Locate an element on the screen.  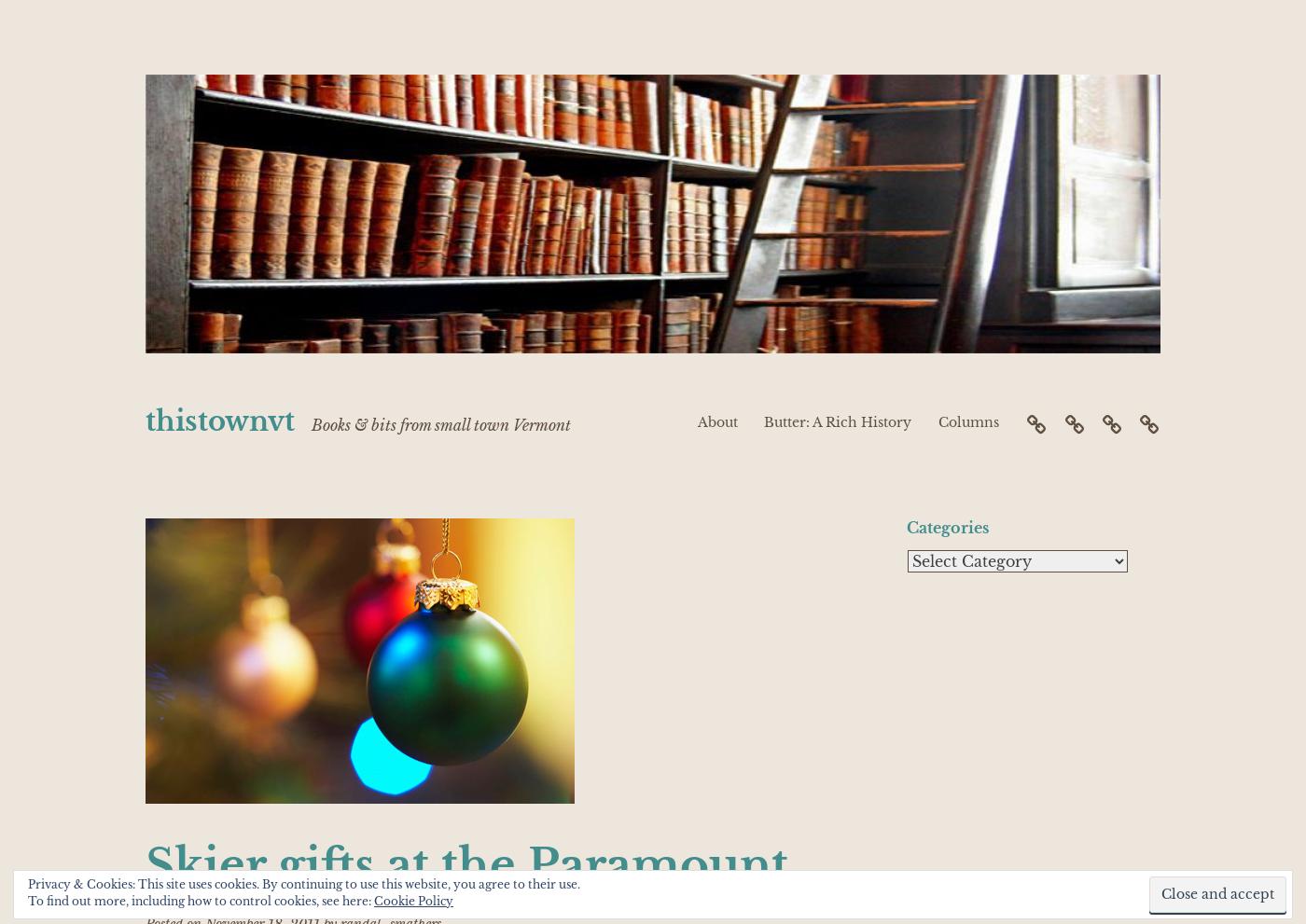
'Columns' is located at coordinates (967, 421).